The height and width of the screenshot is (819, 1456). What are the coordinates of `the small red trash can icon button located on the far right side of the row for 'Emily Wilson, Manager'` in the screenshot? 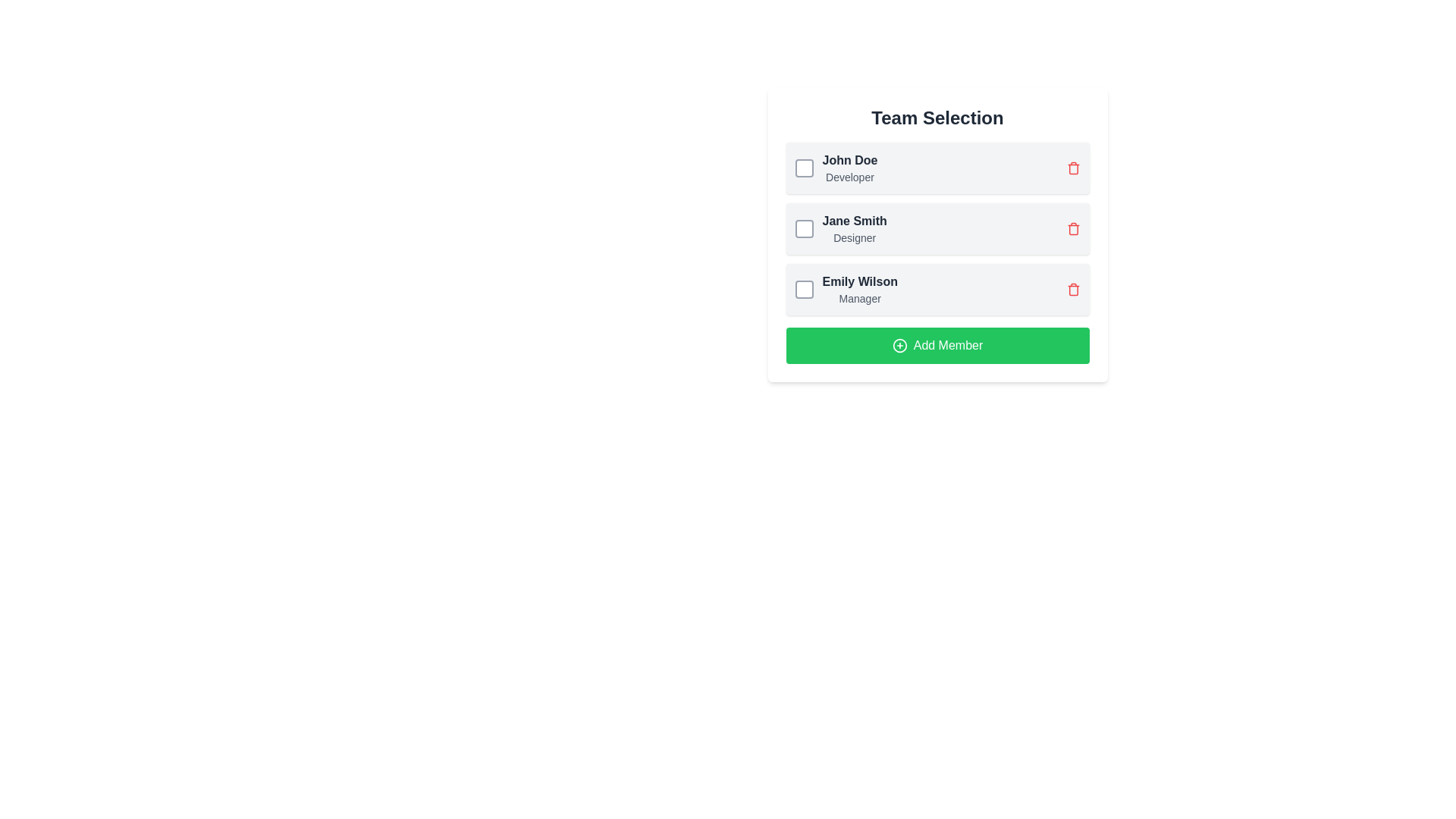 It's located at (1072, 289).